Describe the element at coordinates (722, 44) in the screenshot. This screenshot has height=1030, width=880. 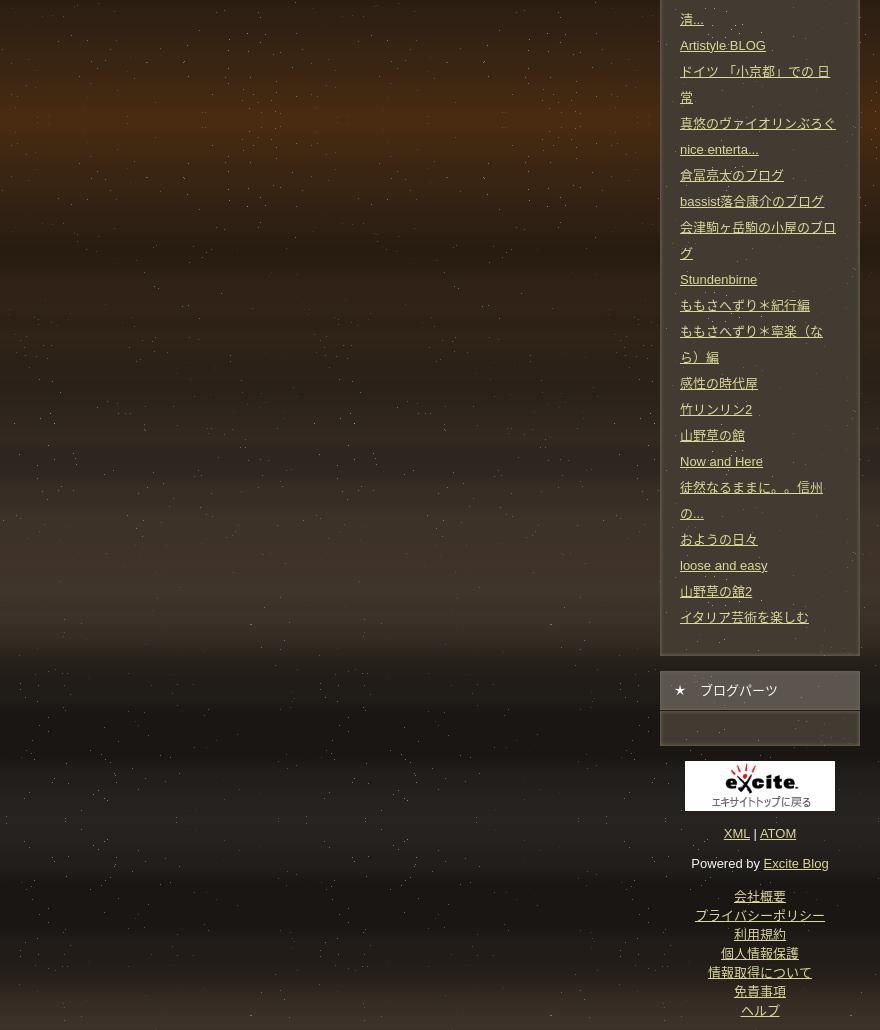
I see `'Artistyle BLOG'` at that location.